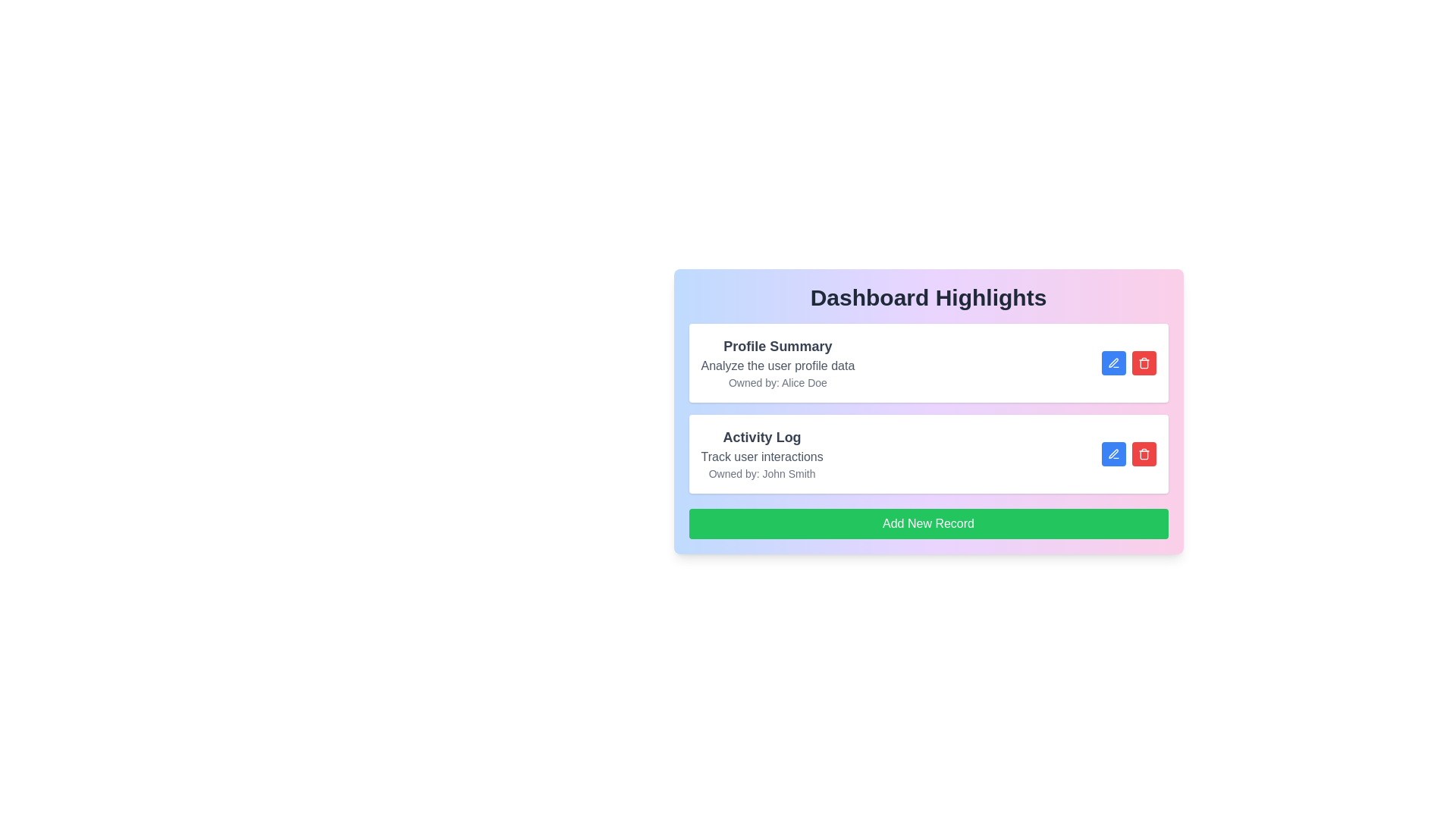 The width and height of the screenshot is (1456, 819). Describe the element at coordinates (762, 472) in the screenshot. I see `the text label that says 'Owned by: John Smith', which is located at the bottom of the 'Activity Log' card under 'Track user interactions'` at that location.